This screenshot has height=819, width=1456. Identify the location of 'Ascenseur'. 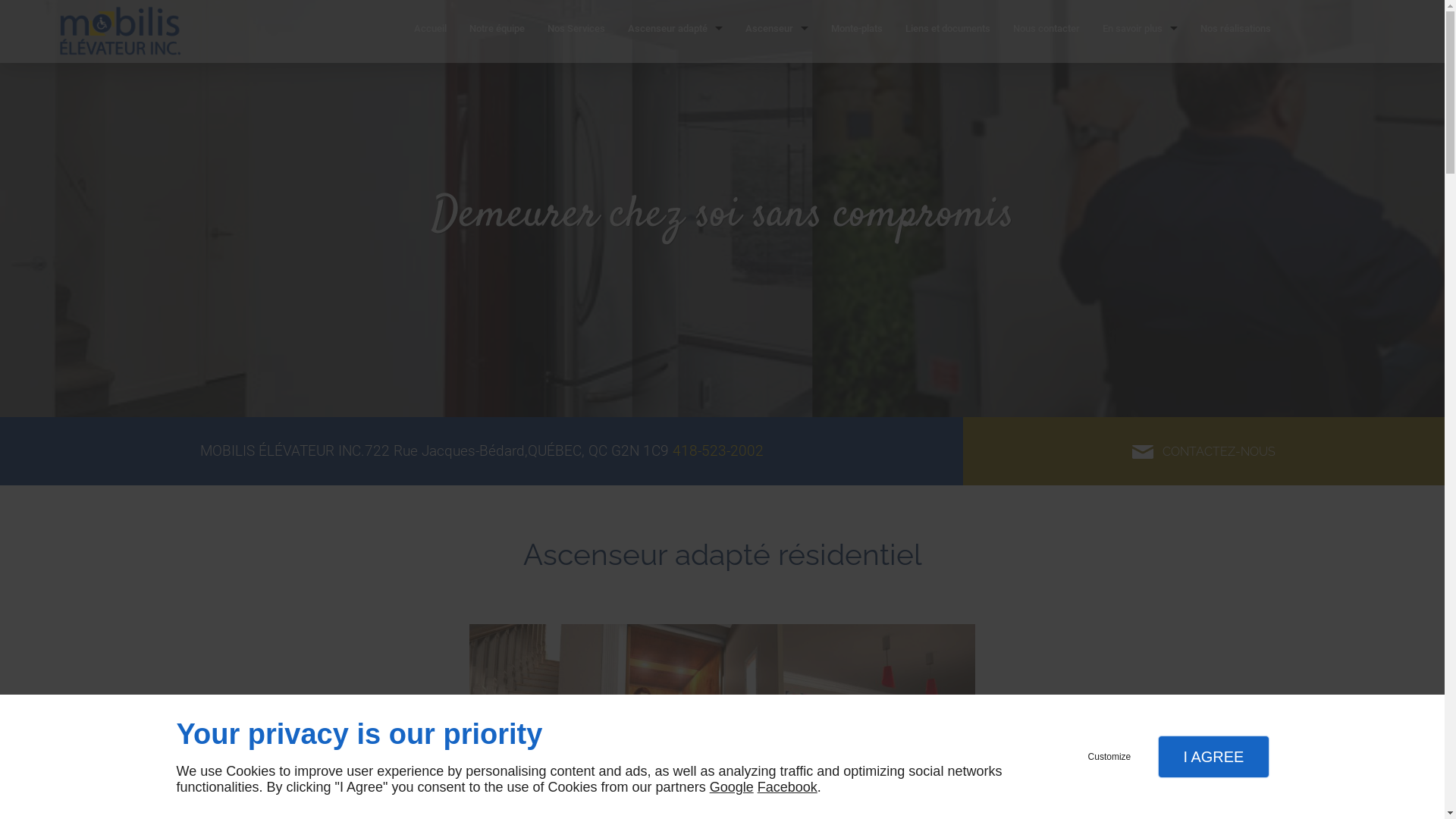
(734, 31).